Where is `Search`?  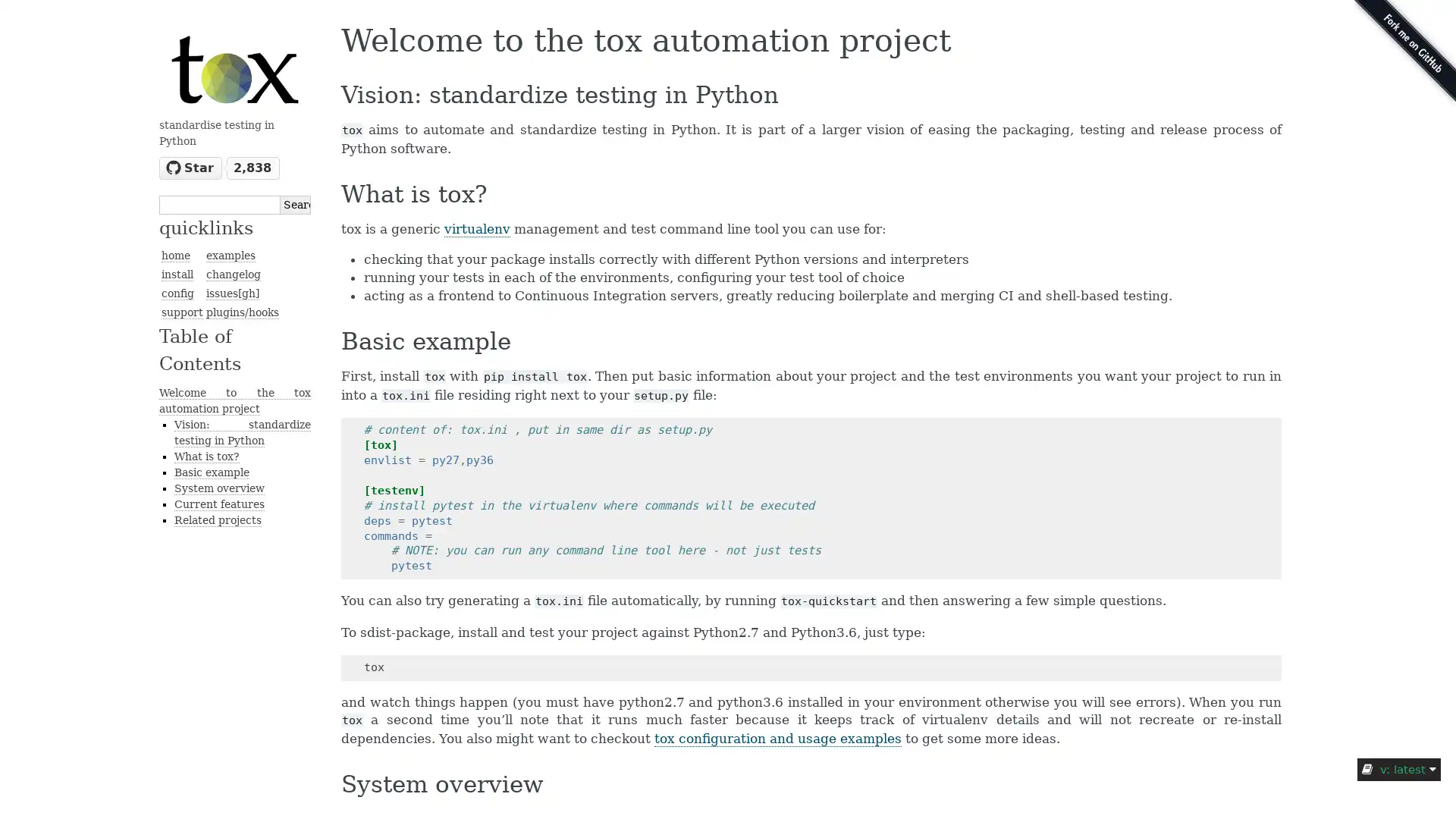 Search is located at coordinates (295, 203).